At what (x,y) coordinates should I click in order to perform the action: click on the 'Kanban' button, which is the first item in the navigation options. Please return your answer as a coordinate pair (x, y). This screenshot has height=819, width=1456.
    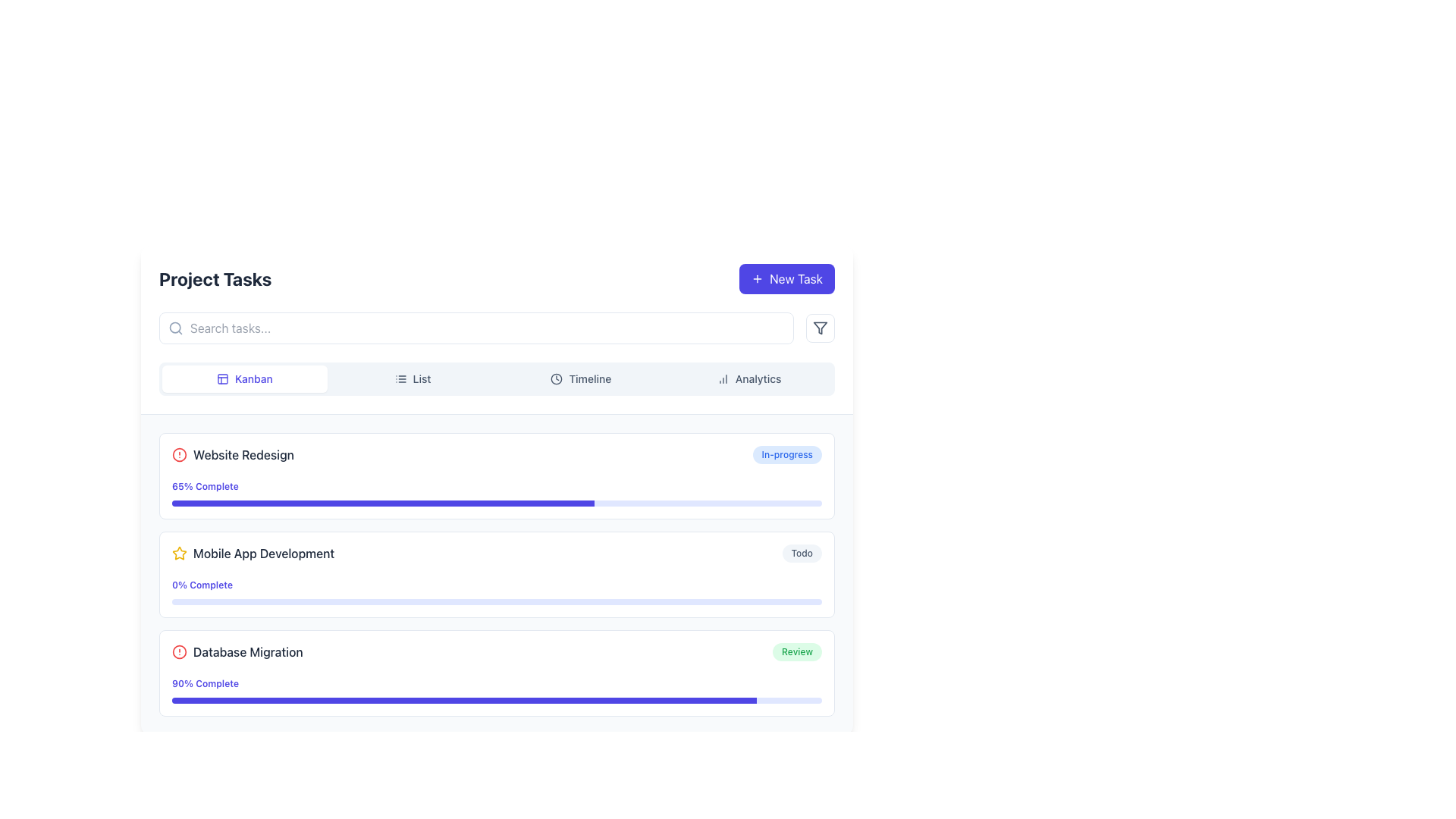
    Looking at the image, I should click on (244, 378).